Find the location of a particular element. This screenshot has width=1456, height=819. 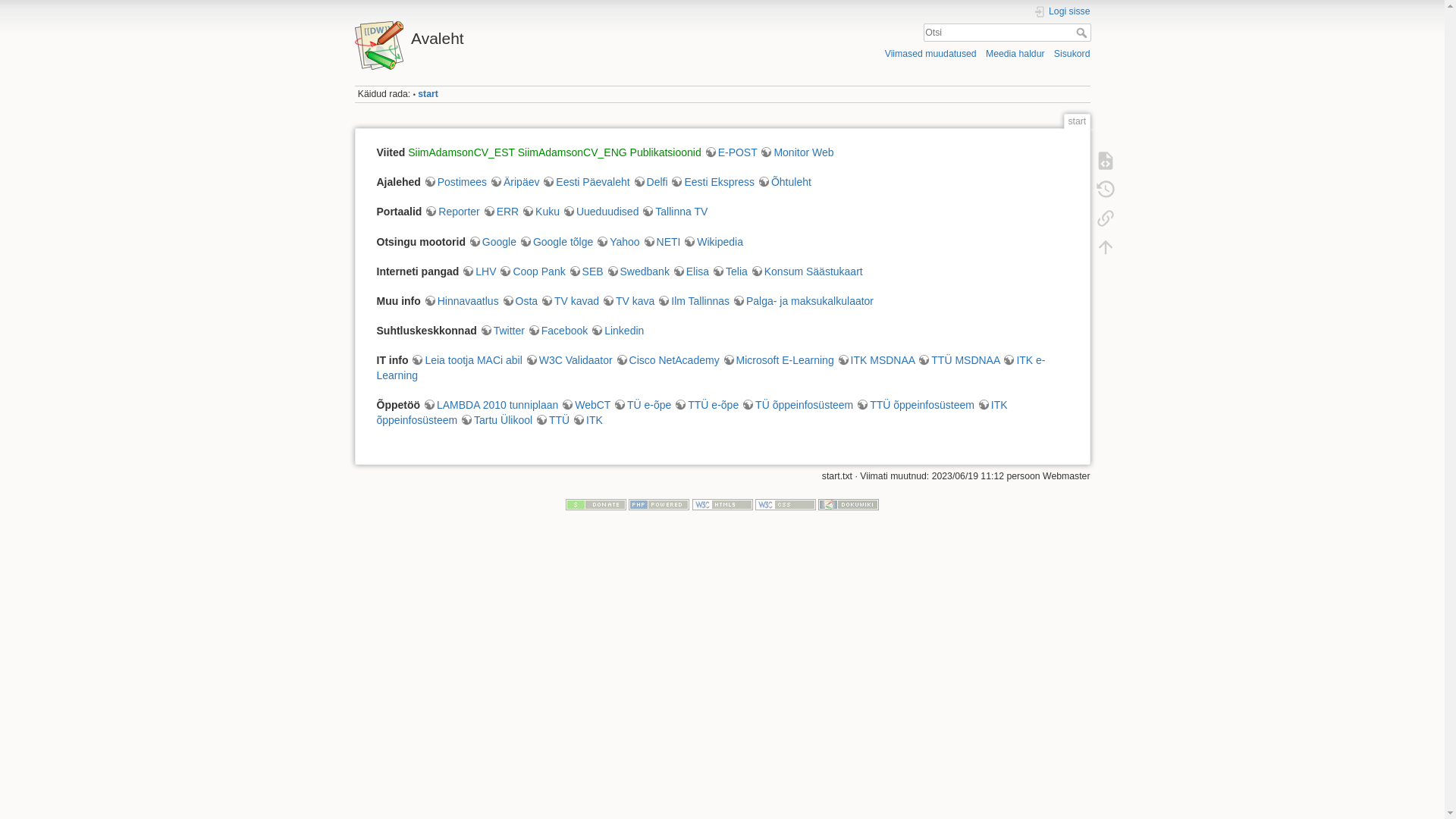

'Delfi' is located at coordinates (651, 180).